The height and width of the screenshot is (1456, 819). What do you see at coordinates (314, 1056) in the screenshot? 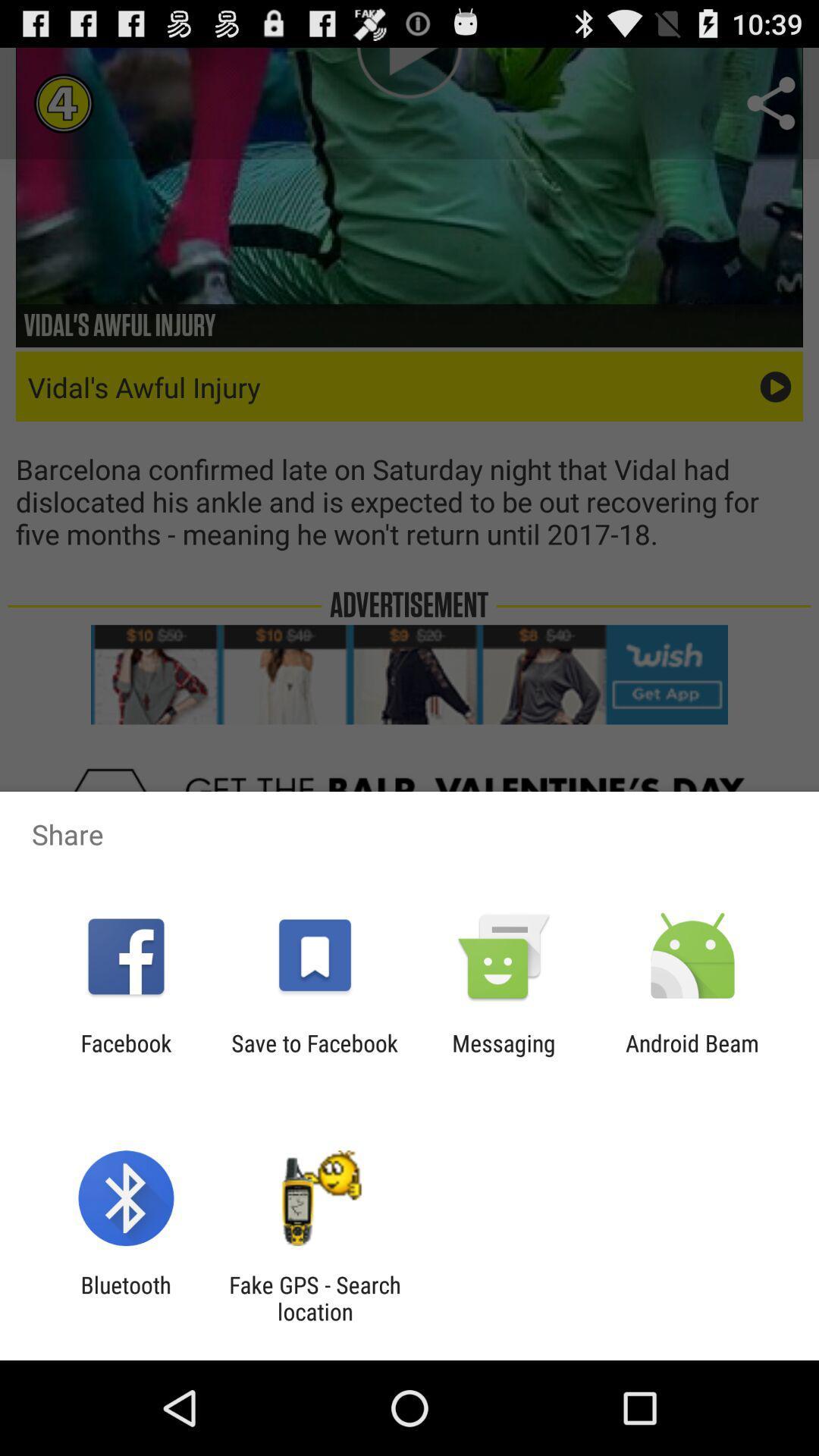
I see `save to facebook item` at bounding box center [314, 1056].